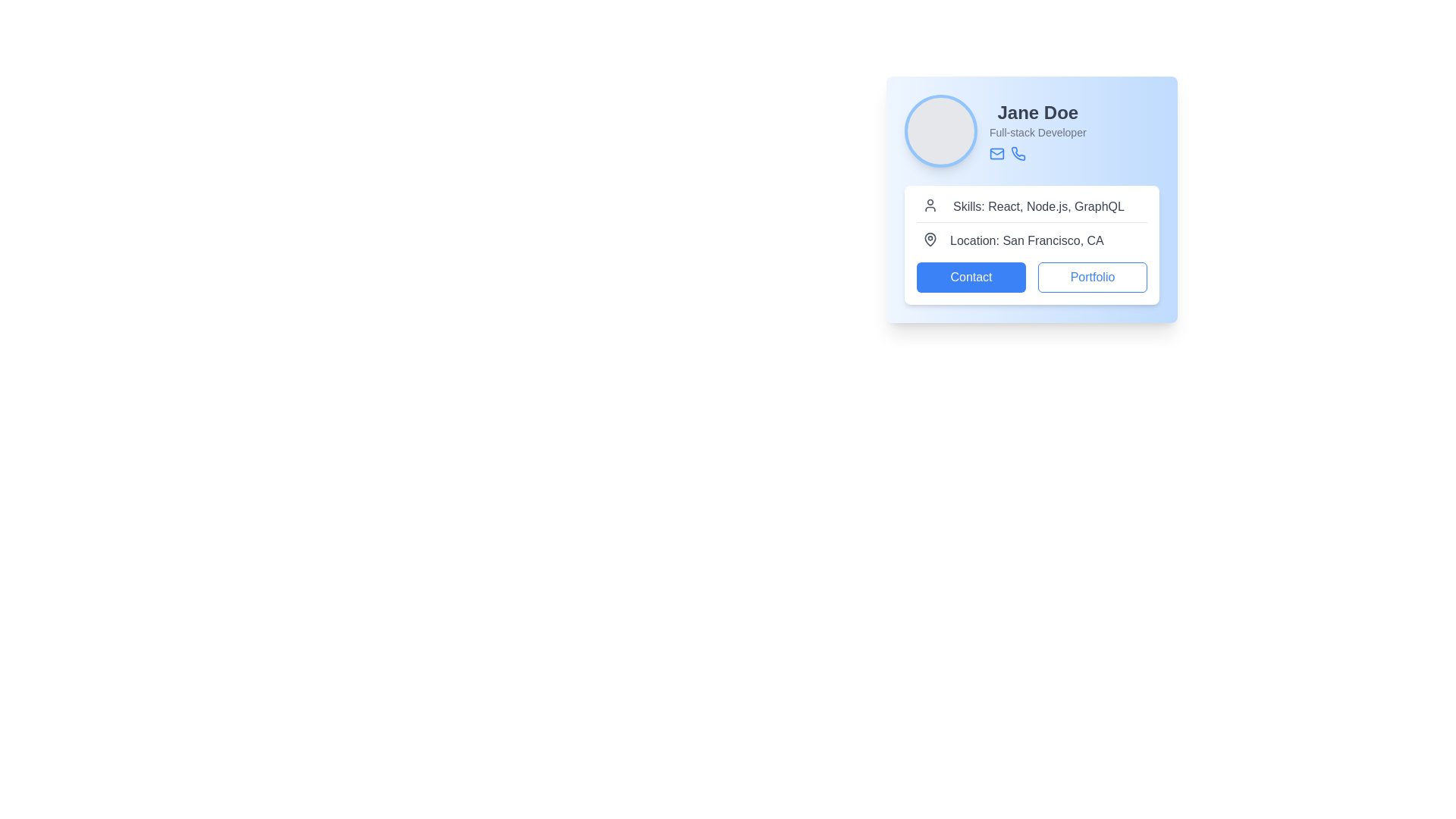 Image resolution: width=1456 pixels, height=819 pixels. I want to click on the leftmost envelope icon located below the user's name and profession, so click(997, 154).